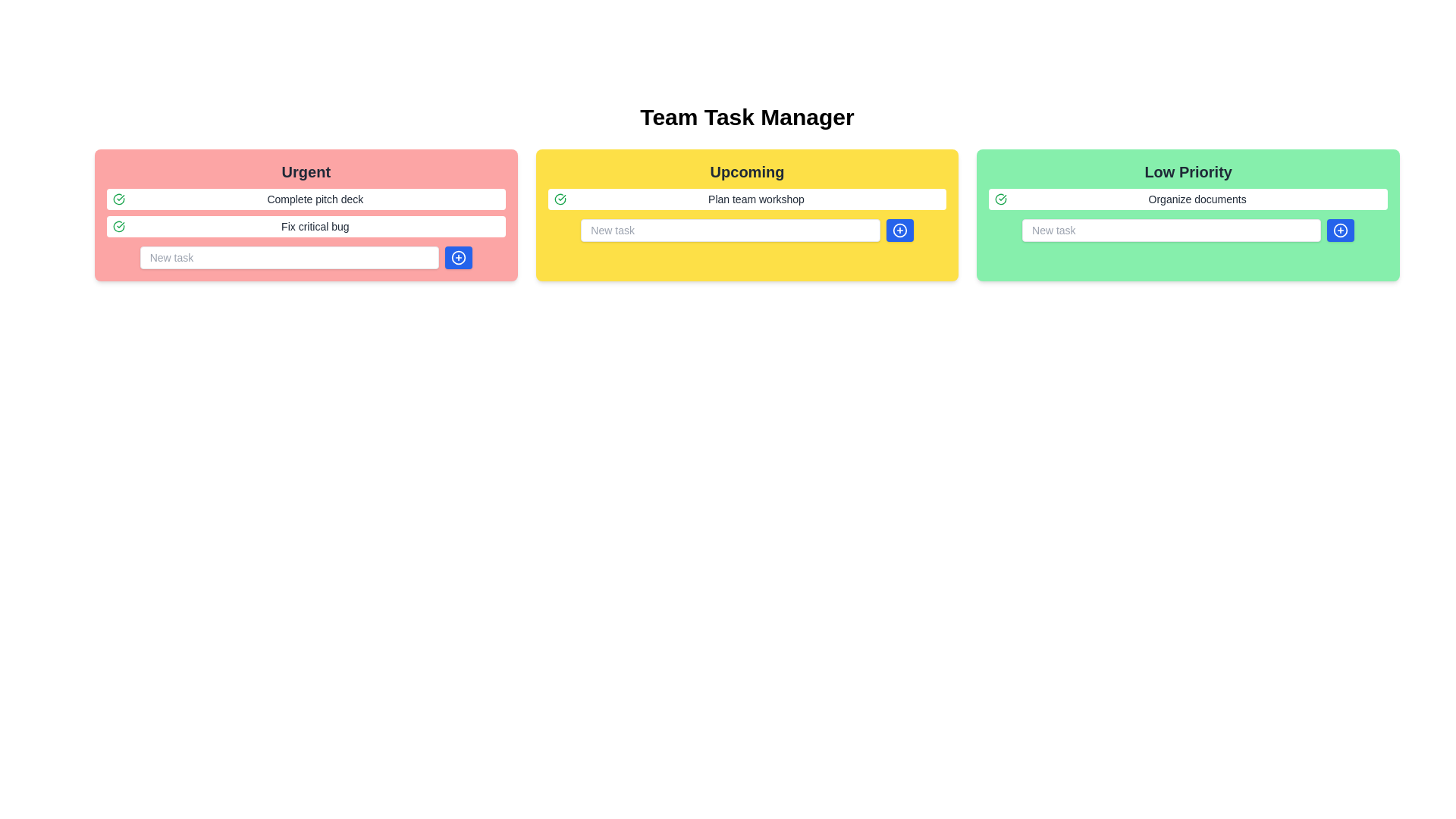  Describe the element at coordinates (457, 256) in the screenshot. I see `the plus sign circular icon located within the blue button next to the text input in the red 'Urgent' task section` at that location.